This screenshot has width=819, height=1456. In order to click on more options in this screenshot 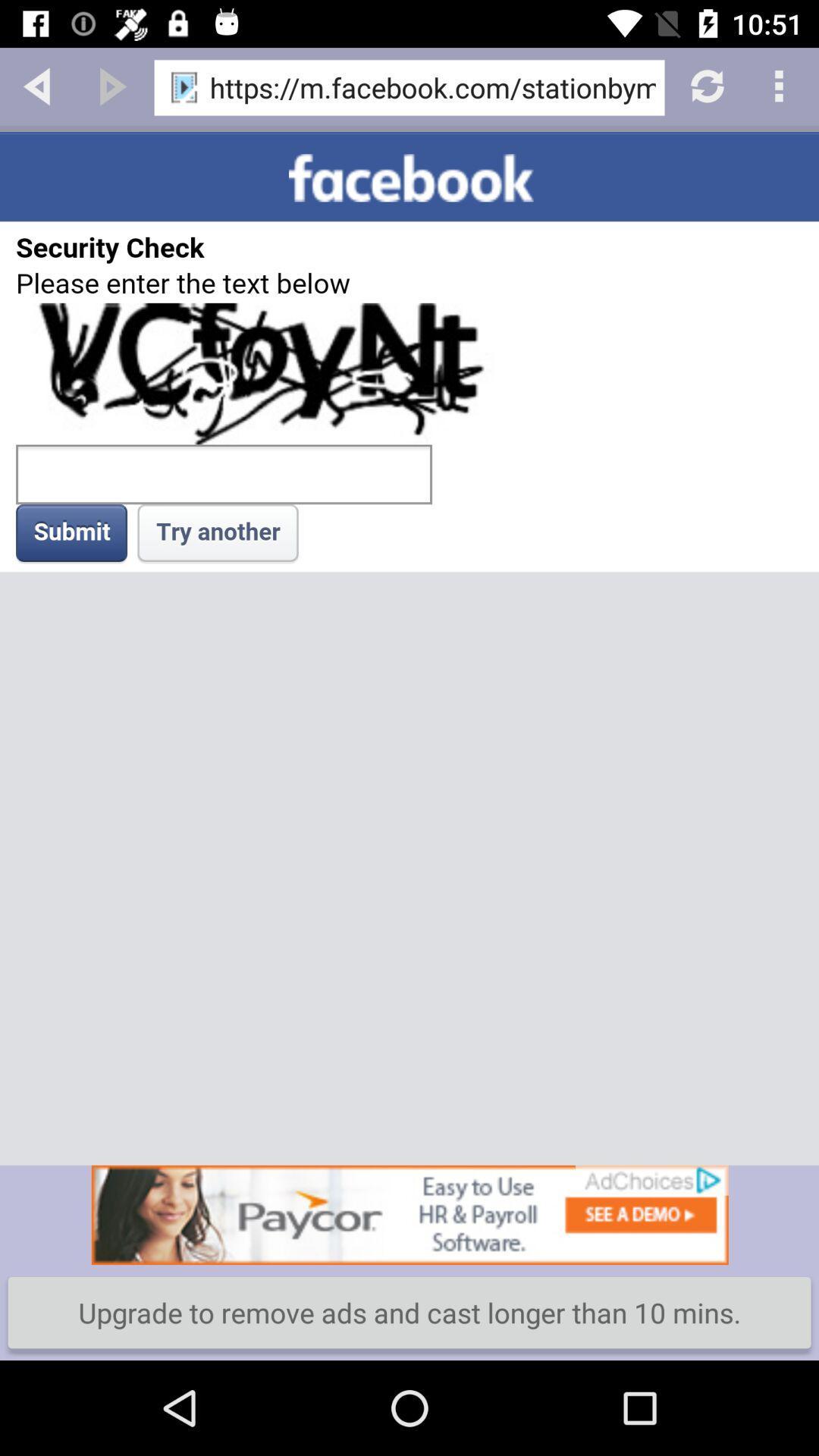, I will do `click(781, 84)`.